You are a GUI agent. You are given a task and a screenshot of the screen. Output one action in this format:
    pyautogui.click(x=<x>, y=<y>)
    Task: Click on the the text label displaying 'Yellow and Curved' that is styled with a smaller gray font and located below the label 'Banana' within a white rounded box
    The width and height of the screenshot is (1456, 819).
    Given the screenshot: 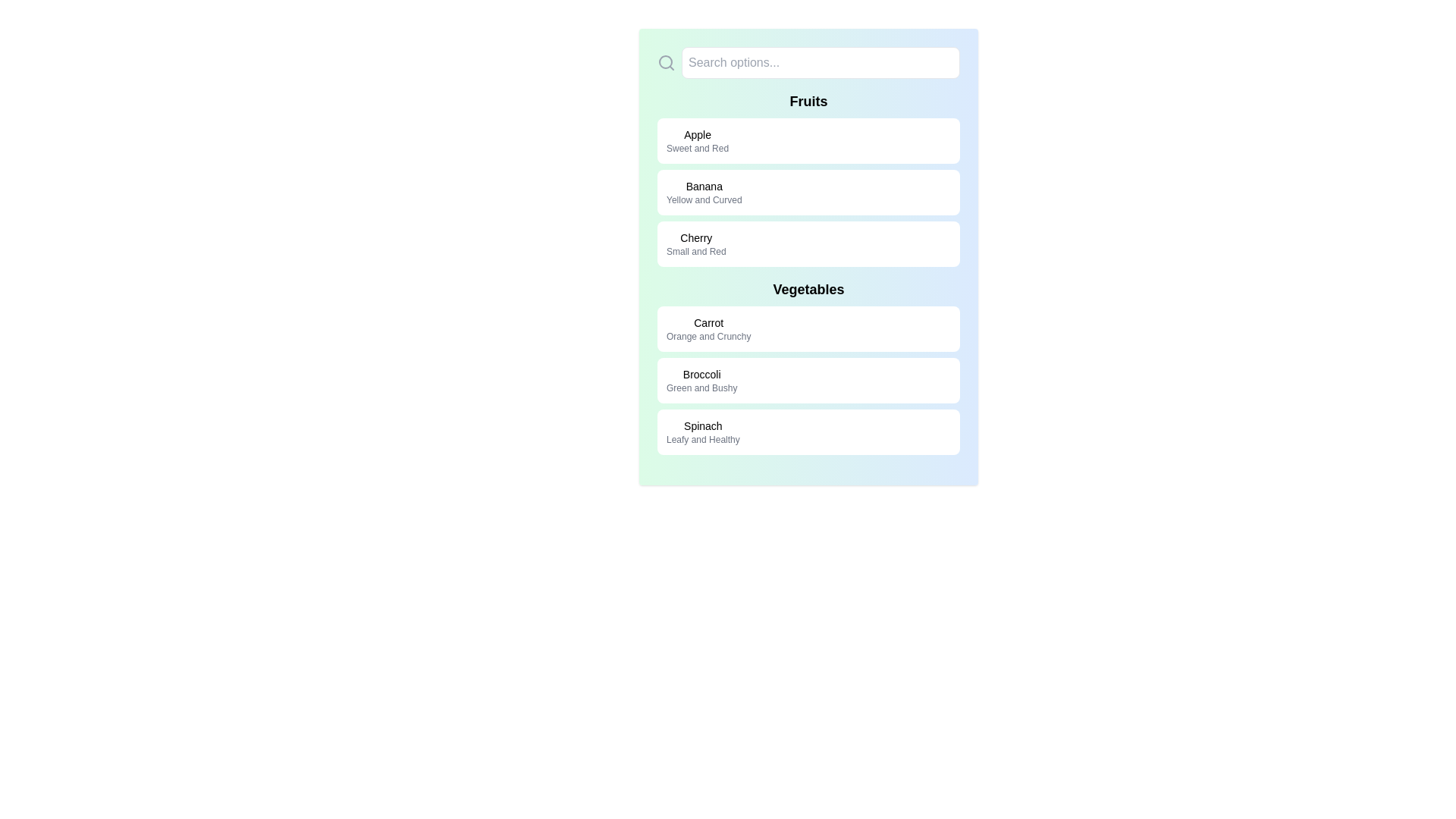 What is the action you would take?
    pyautogui.click(x=703, y=199)
    